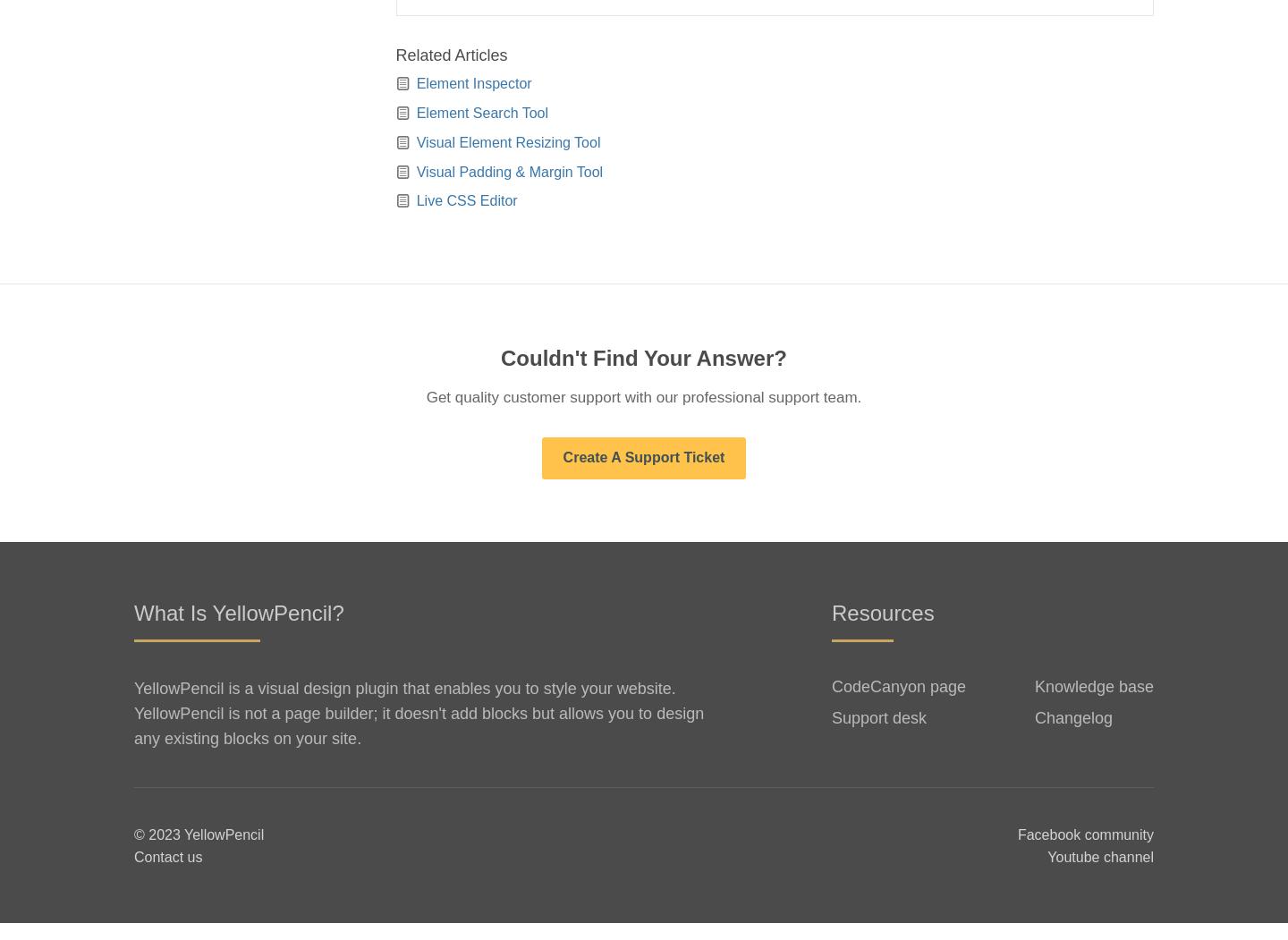 Image resolution: width=1288 pixels, height=940 pixels. What do you see at coordinates (450, 72) in the screenshot?
I see `'Related Articles'` at bounding box center [450, 72].